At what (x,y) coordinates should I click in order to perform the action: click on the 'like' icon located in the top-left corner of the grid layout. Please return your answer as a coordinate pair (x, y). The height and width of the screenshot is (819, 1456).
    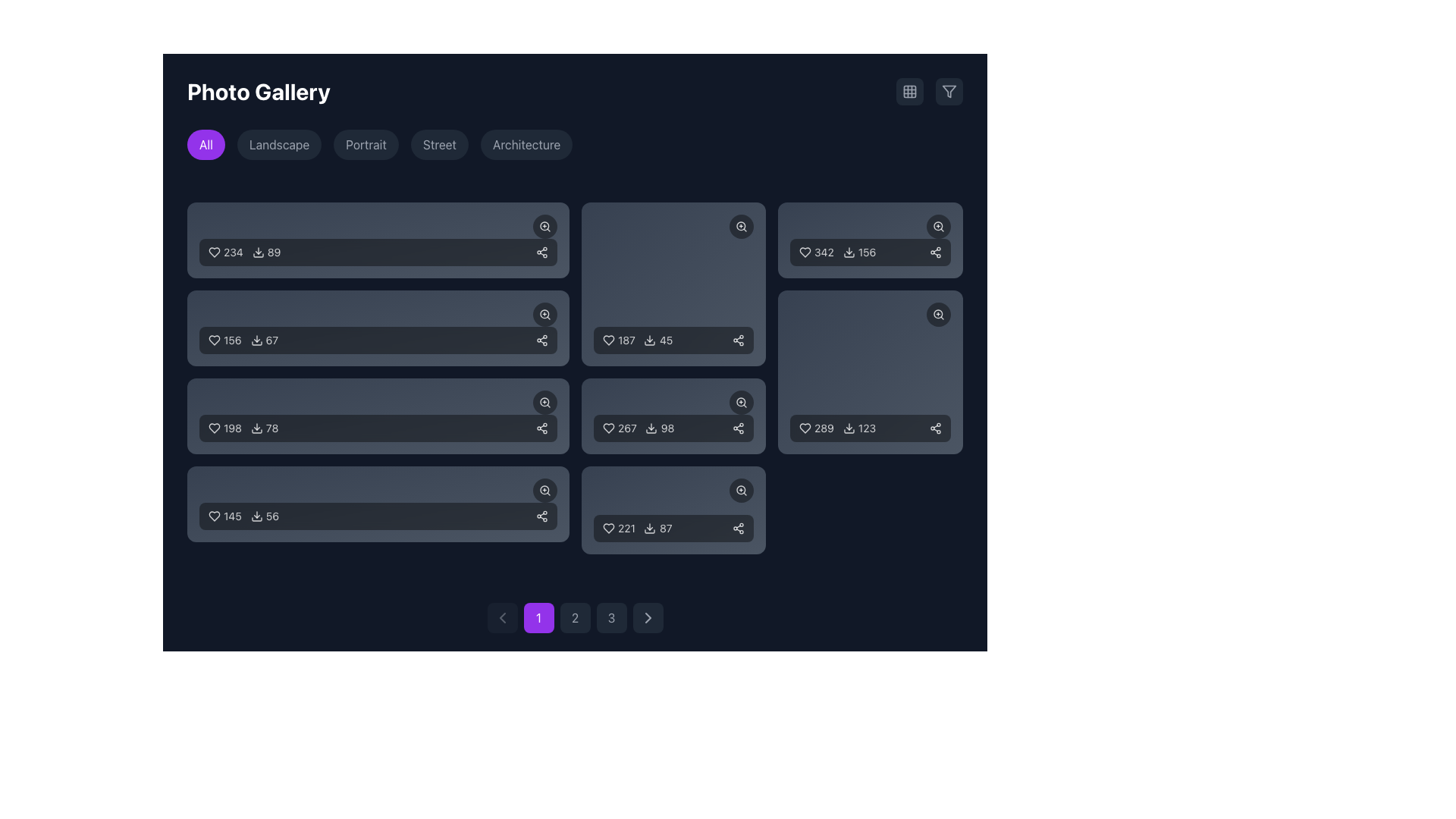
    Looking at the image, I should click on (214, 251).